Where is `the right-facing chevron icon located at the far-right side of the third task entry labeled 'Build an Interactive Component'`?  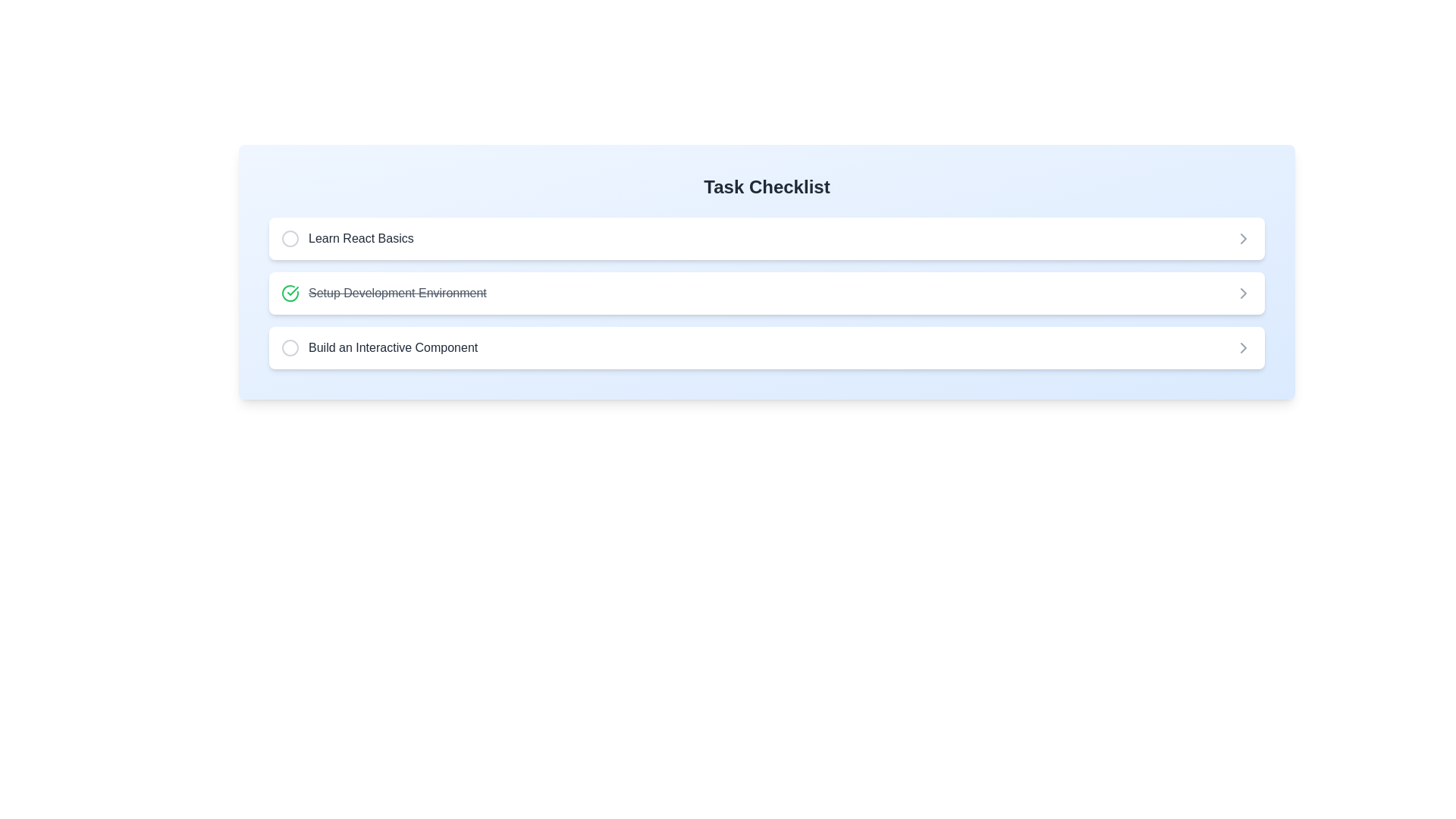 the right-facing chevron icon located at the far-right side of the third task entry labeled 'Build an Interactive Component' is located at coordinates (1244, 348).